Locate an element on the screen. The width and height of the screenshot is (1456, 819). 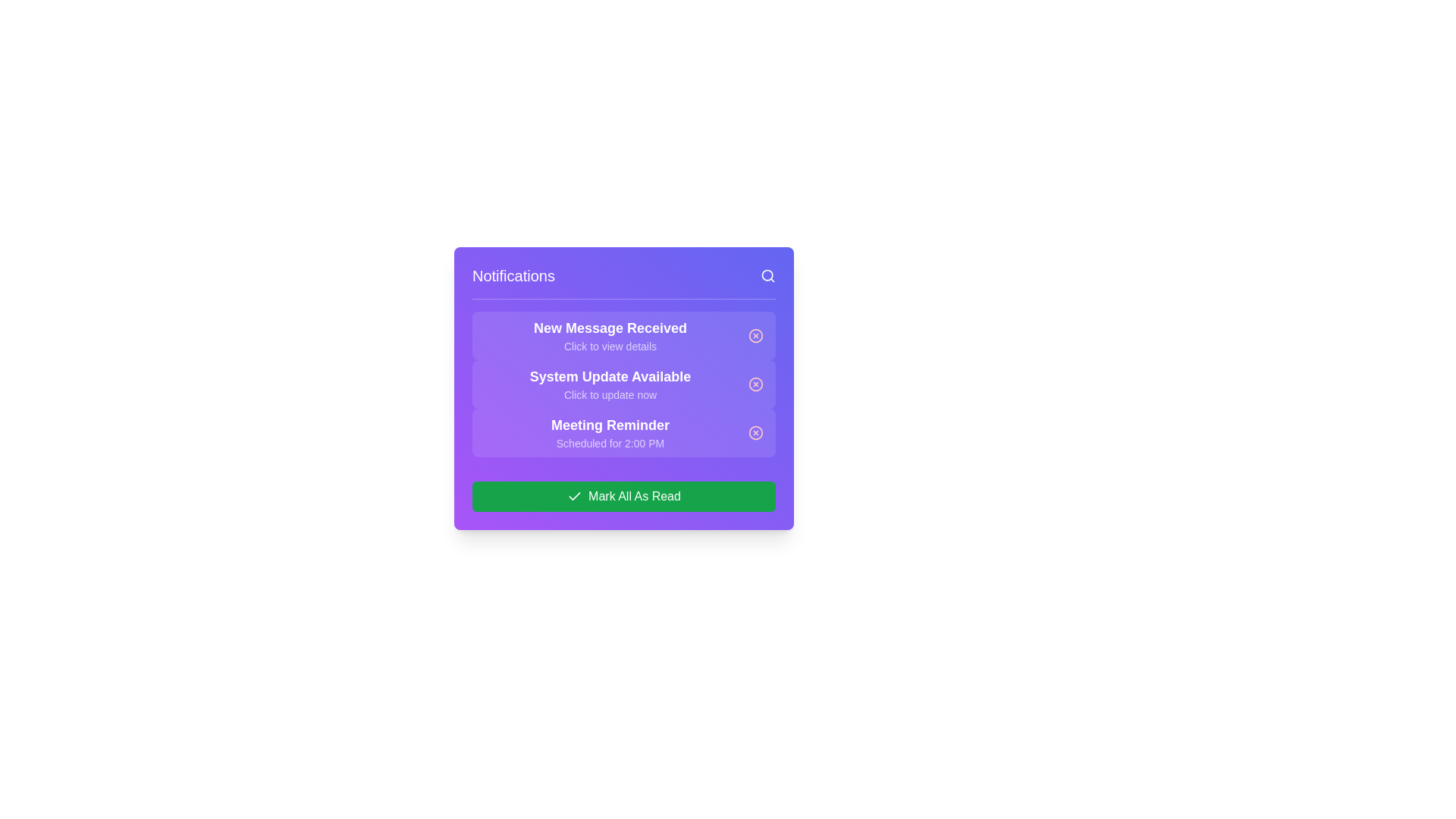
the first notification entry located in the notifications modal interface, positioned at the top under the header 'Notifications' is located at coordinates (610, 335).